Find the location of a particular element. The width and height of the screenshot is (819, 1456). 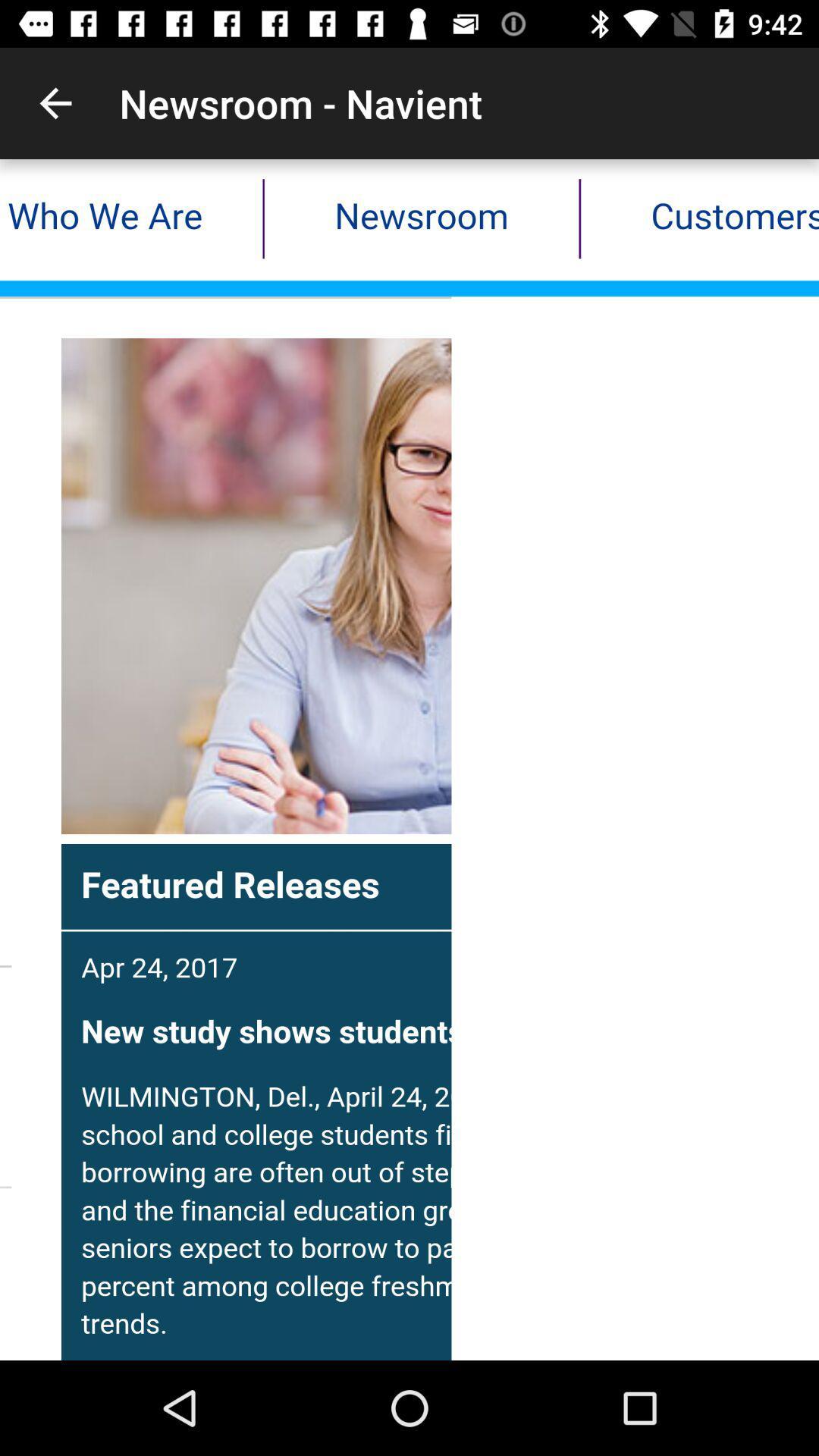

advertisement is located at coordinates (409, 760).